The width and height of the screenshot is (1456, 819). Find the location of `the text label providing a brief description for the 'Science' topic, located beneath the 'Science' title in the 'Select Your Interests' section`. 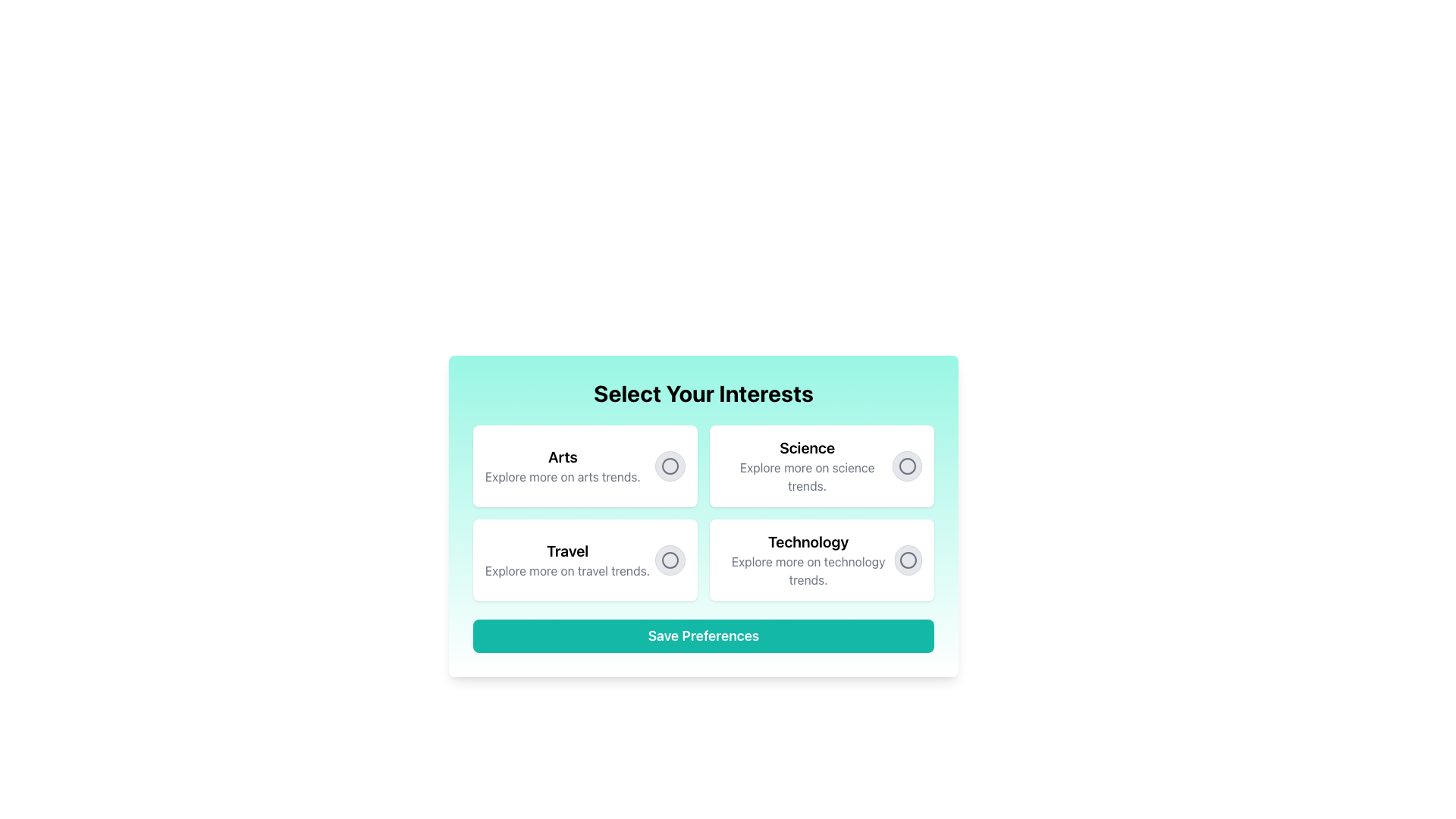

the text label providing a brief description for the 'Science' topic, located beneath the 'Science' title in the 'Select Your Interests' section is located at coordinates (806, 475).